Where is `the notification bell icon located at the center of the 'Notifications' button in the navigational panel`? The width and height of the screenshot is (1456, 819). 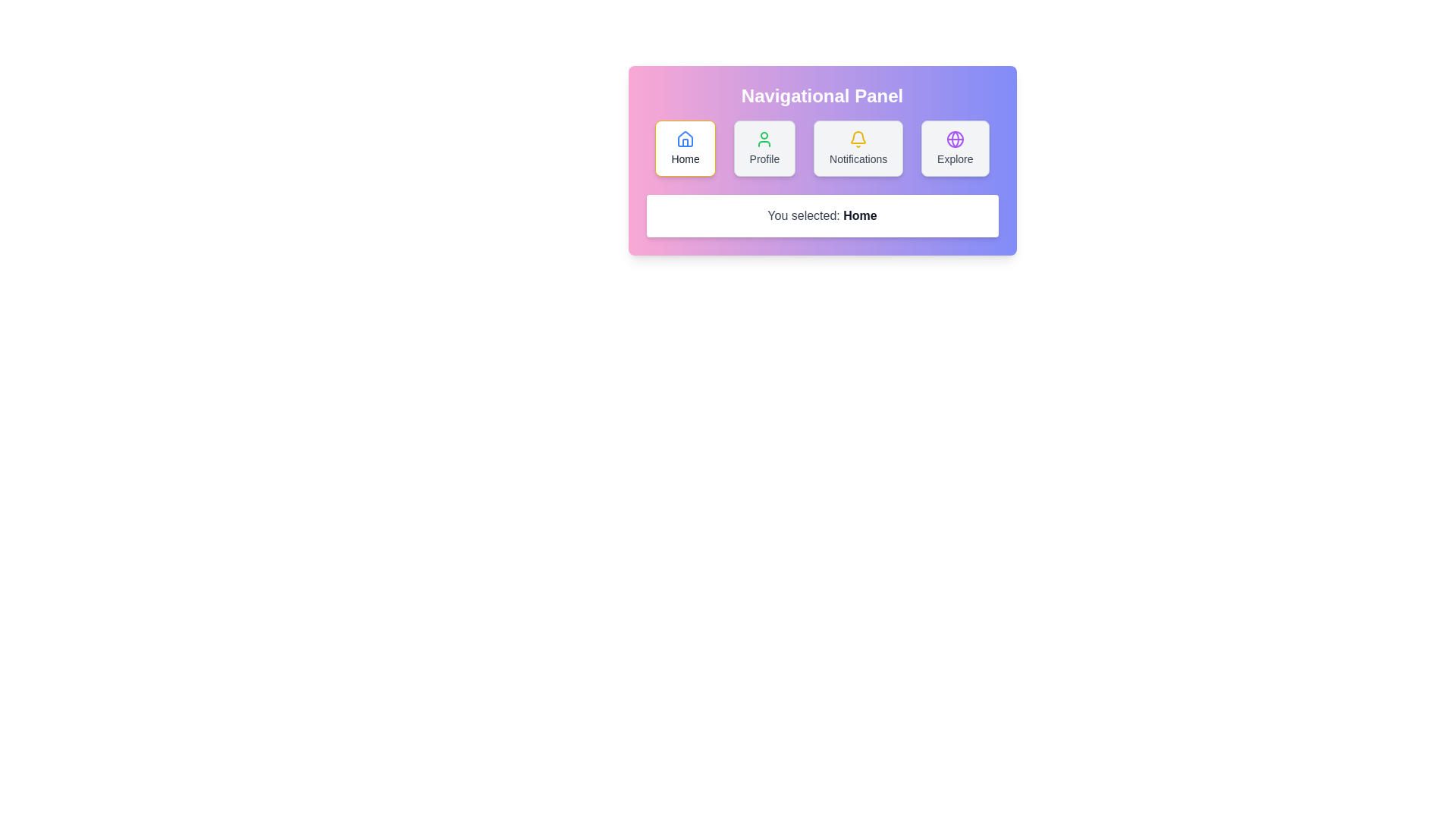
the notification bell icon located at the center of the 'Notifications' button in the navigational panel is located at coordinates (858, 140).